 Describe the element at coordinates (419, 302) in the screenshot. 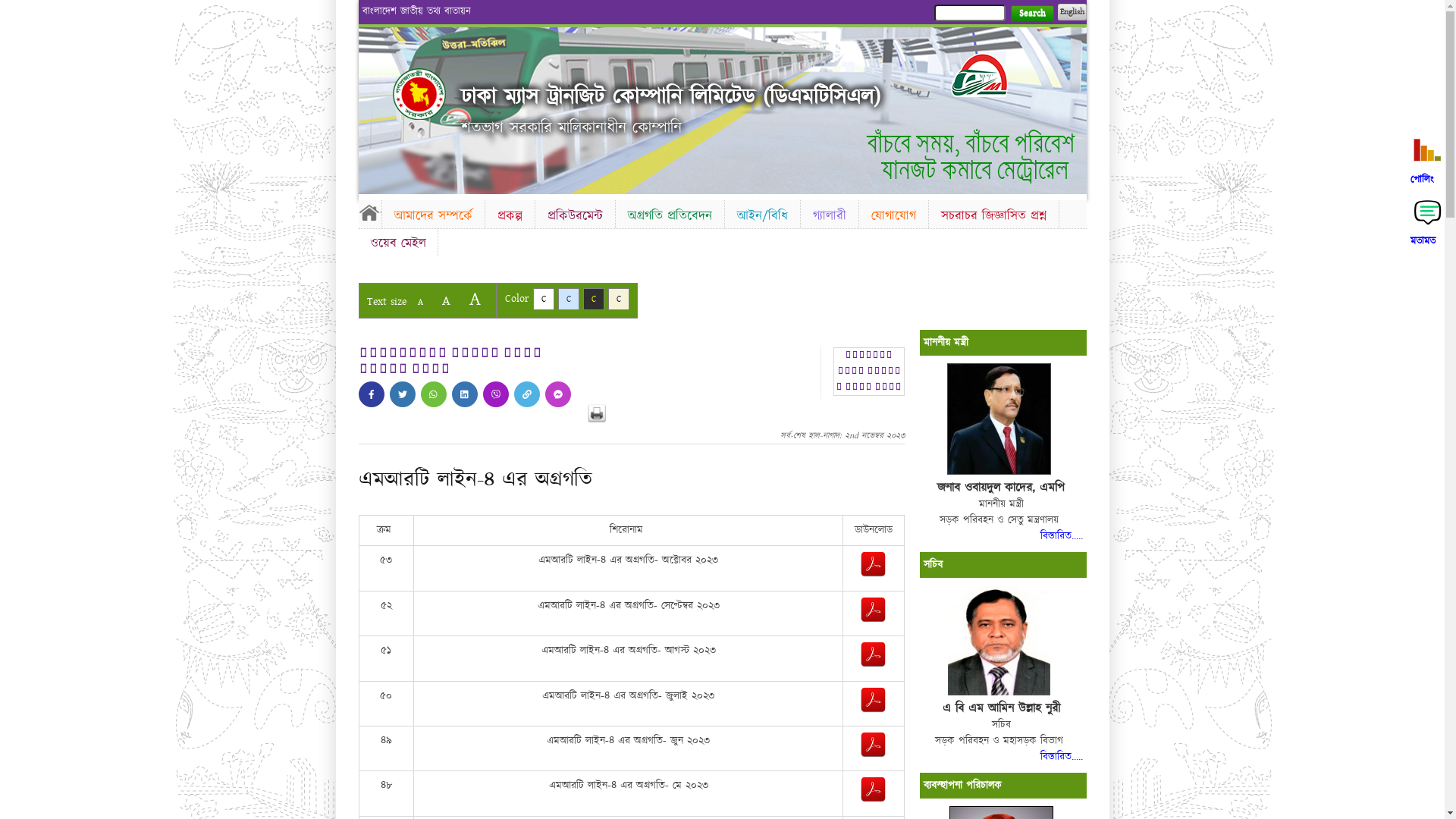

I see `'A'` at that location.